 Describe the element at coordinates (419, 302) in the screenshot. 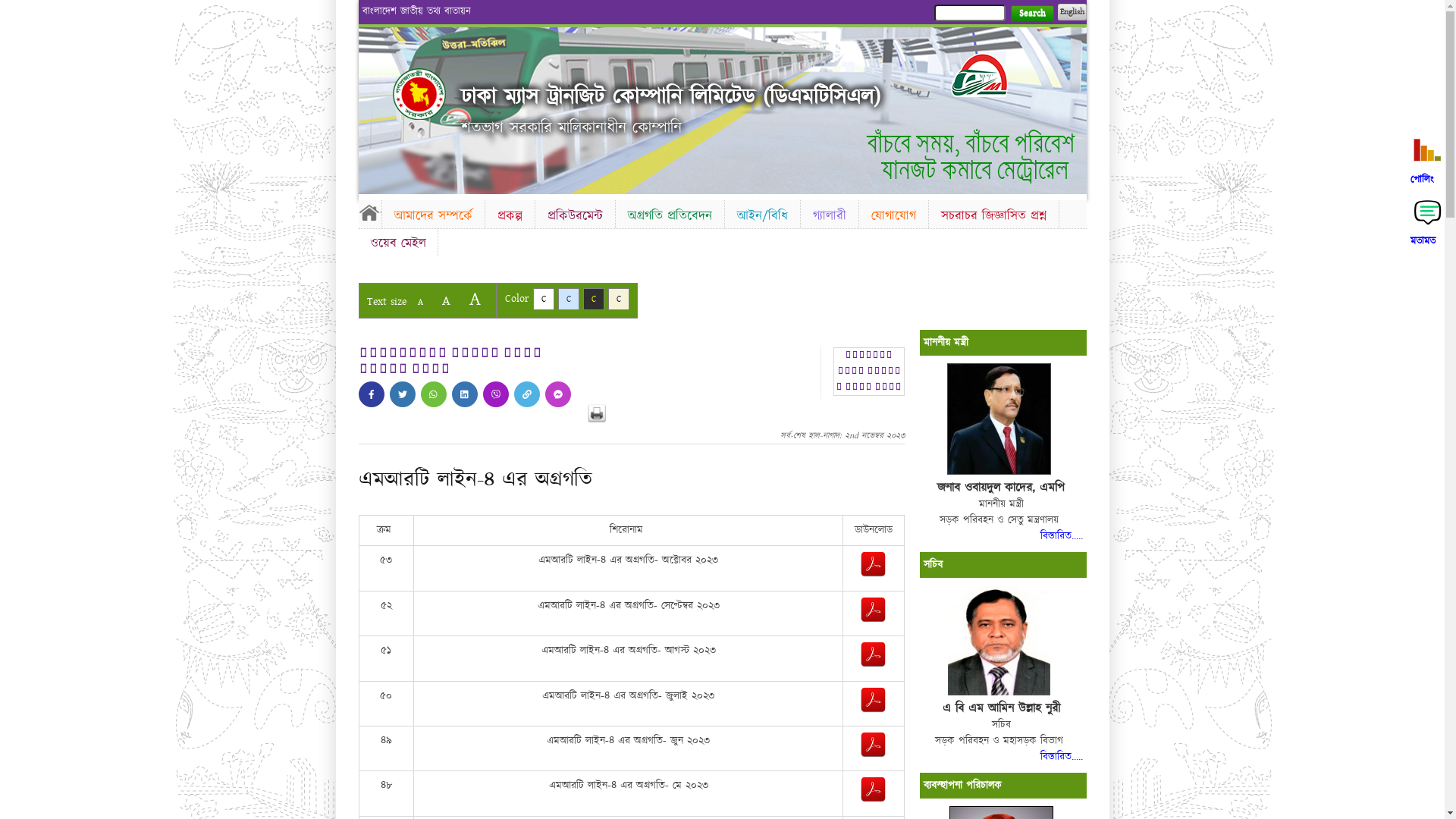

I see `'A'` at that location.